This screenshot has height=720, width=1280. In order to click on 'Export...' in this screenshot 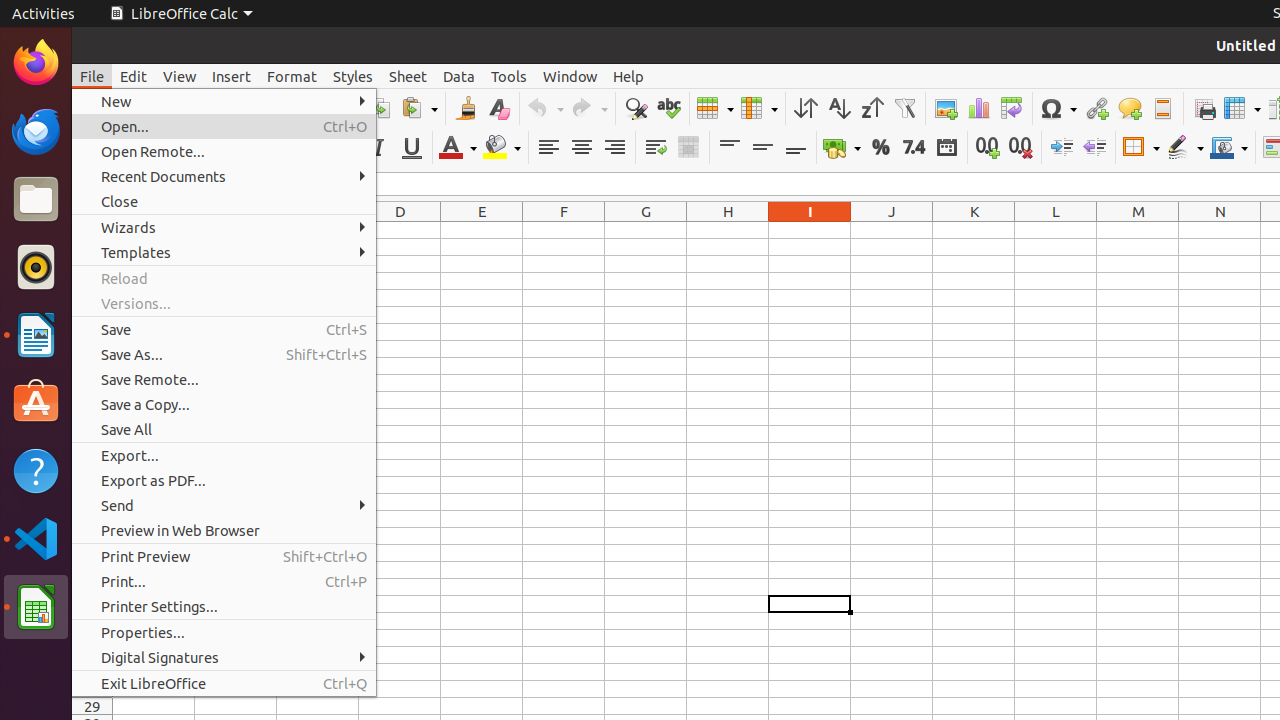, I will do `click(224, 455)`.